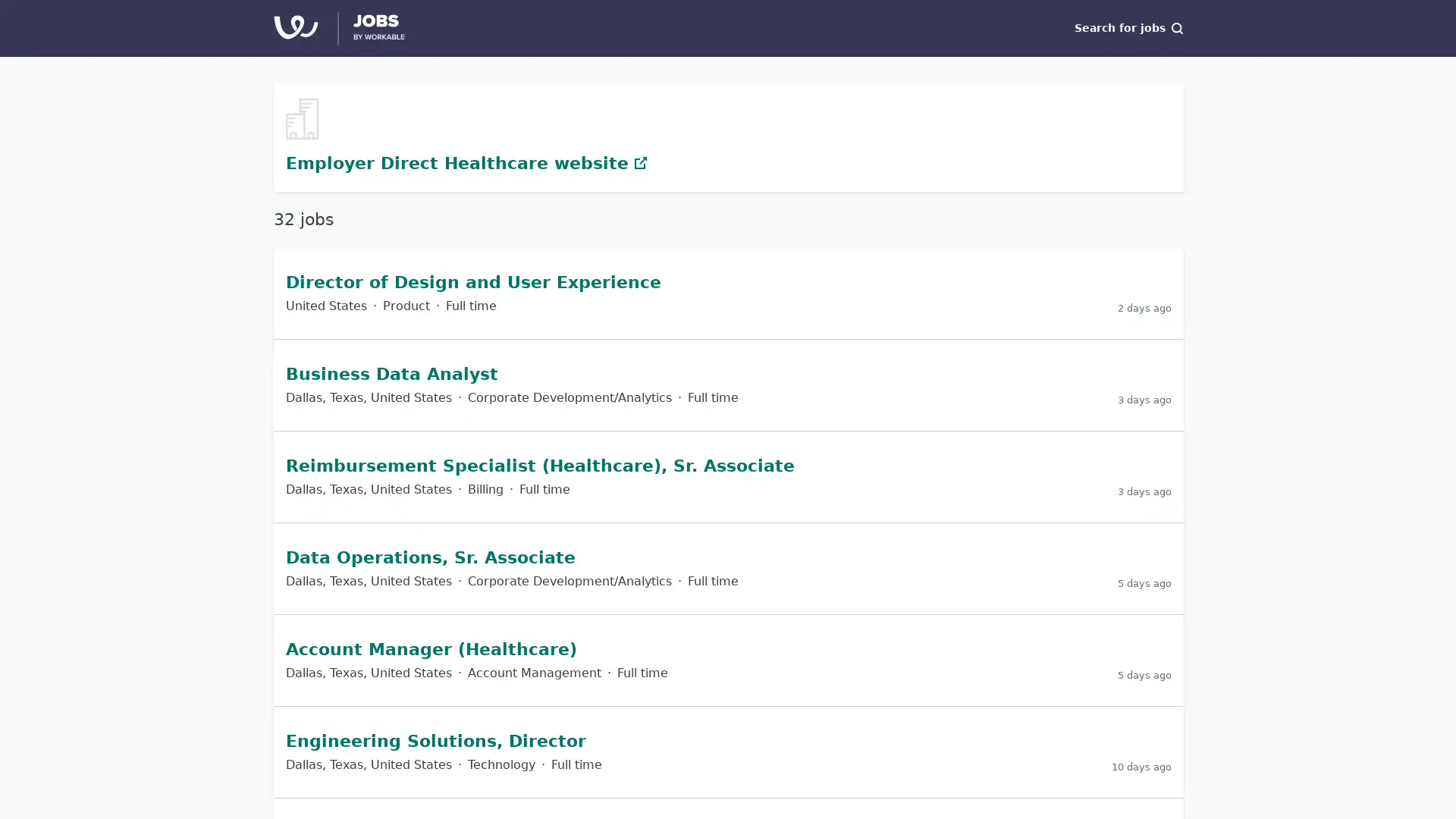 The height and width of the screenshot is (819, 1456). Describe the element at coordinates (728, 383) in the screenshot. I see `Business Data Analyst at Employer Direct Healthcare` at that location.